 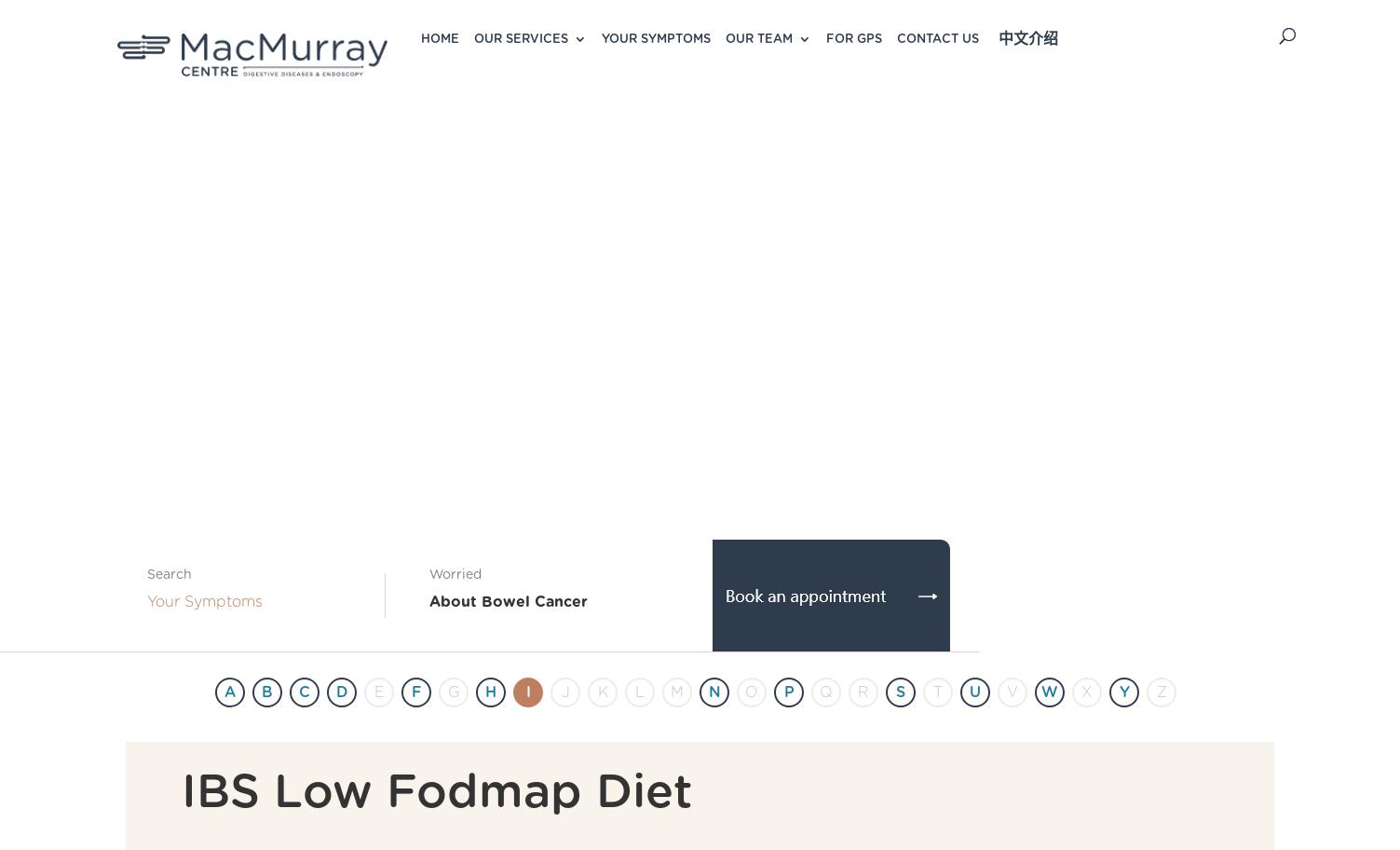 I want to click on 'Our Services', so click(x=521, y=38).